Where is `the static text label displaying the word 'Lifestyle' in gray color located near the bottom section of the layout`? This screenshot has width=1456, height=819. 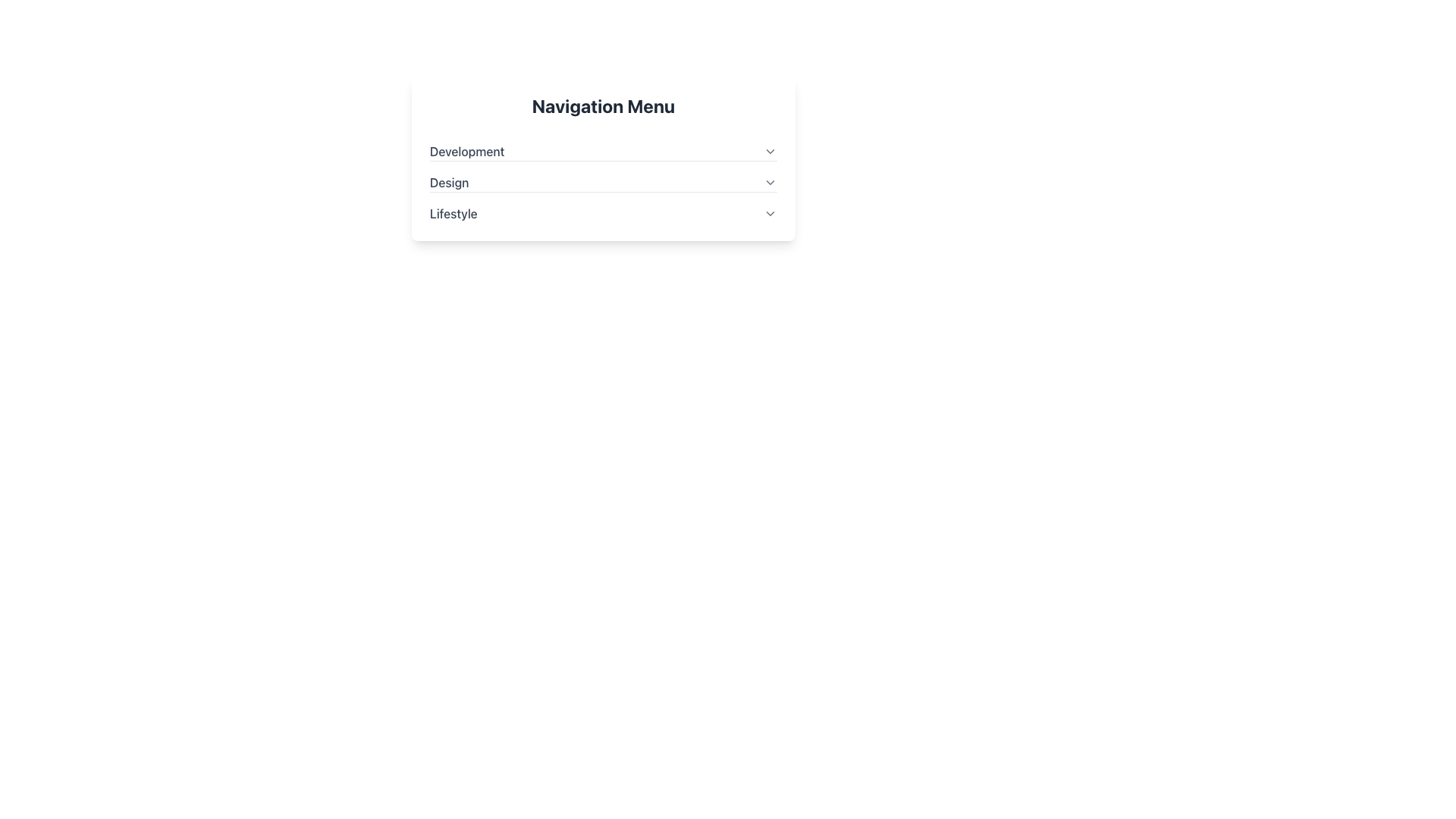
the static text label displaying the word 'Lifestyle' in gray color located near the bottom section of the layout is located at coordinates (453, 213).